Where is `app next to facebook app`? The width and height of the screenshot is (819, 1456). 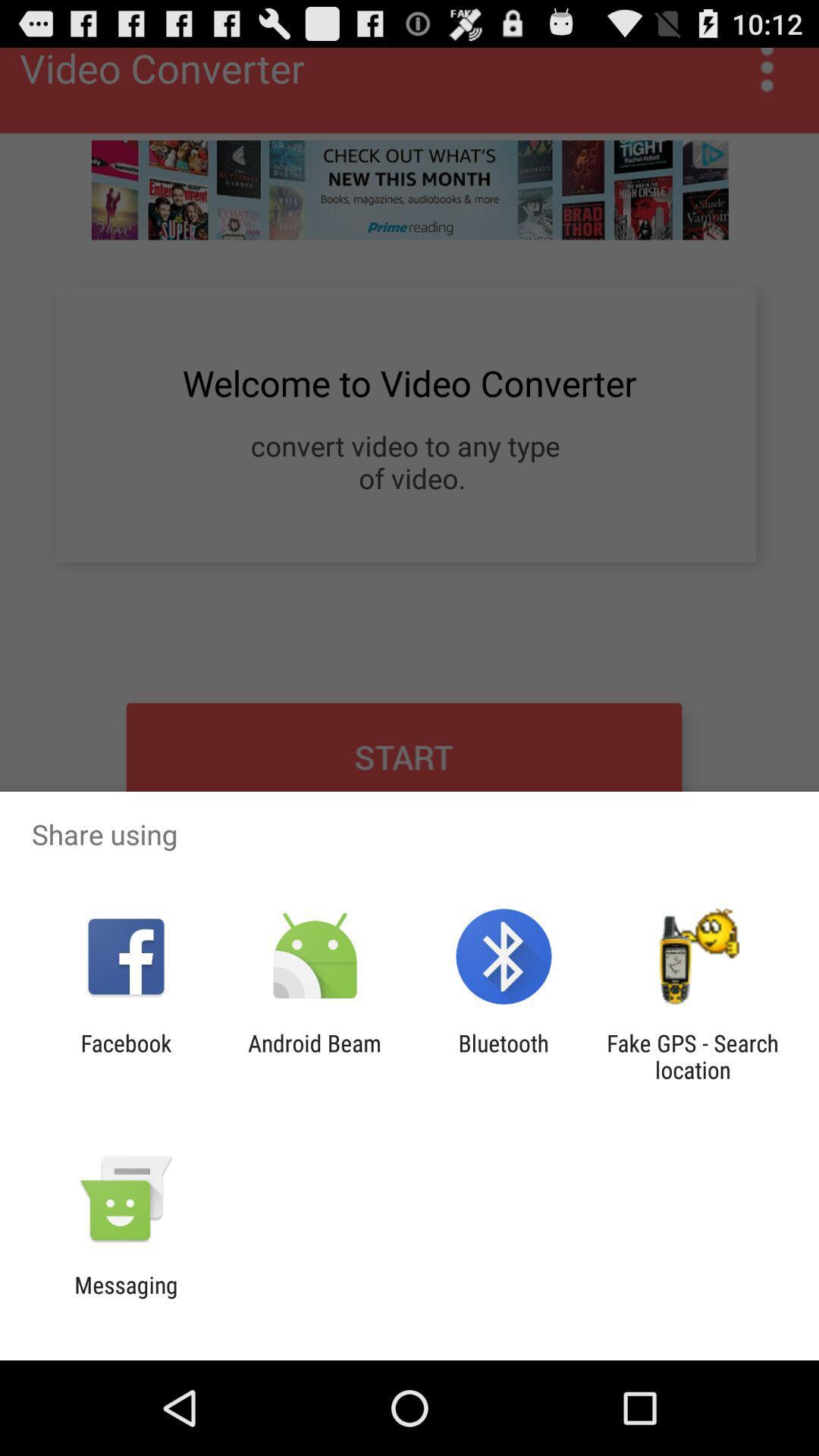
app next to facebook app is located at coordinates (314, 1056).